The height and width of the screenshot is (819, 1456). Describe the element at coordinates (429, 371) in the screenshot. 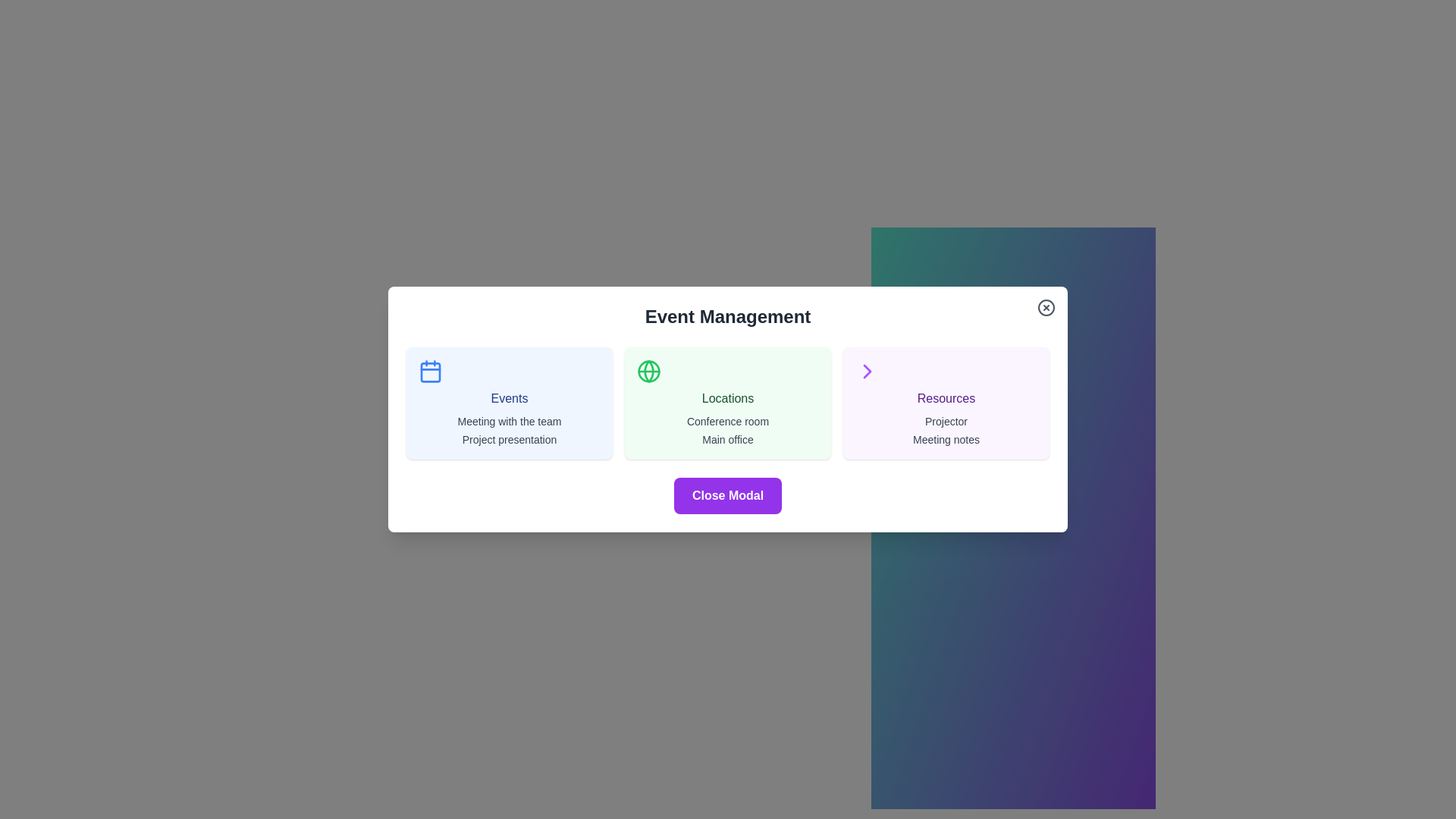

I see `the decorative icon representing the 'Events' section located at the top-left corner of the 'Event Management' modal dialog` at that location.